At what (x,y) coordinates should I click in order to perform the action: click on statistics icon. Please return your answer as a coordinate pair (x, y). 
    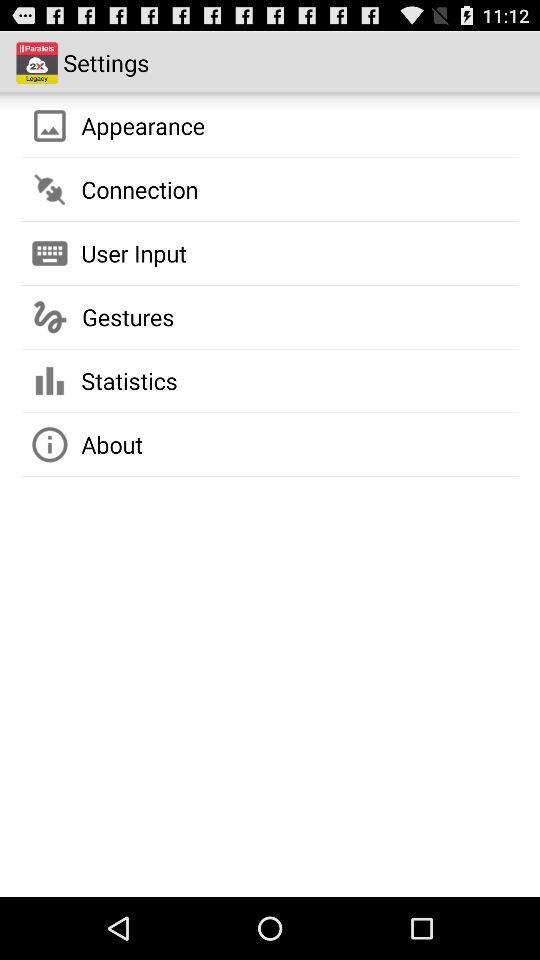
    Looking at the image, I should click on (129, 379).